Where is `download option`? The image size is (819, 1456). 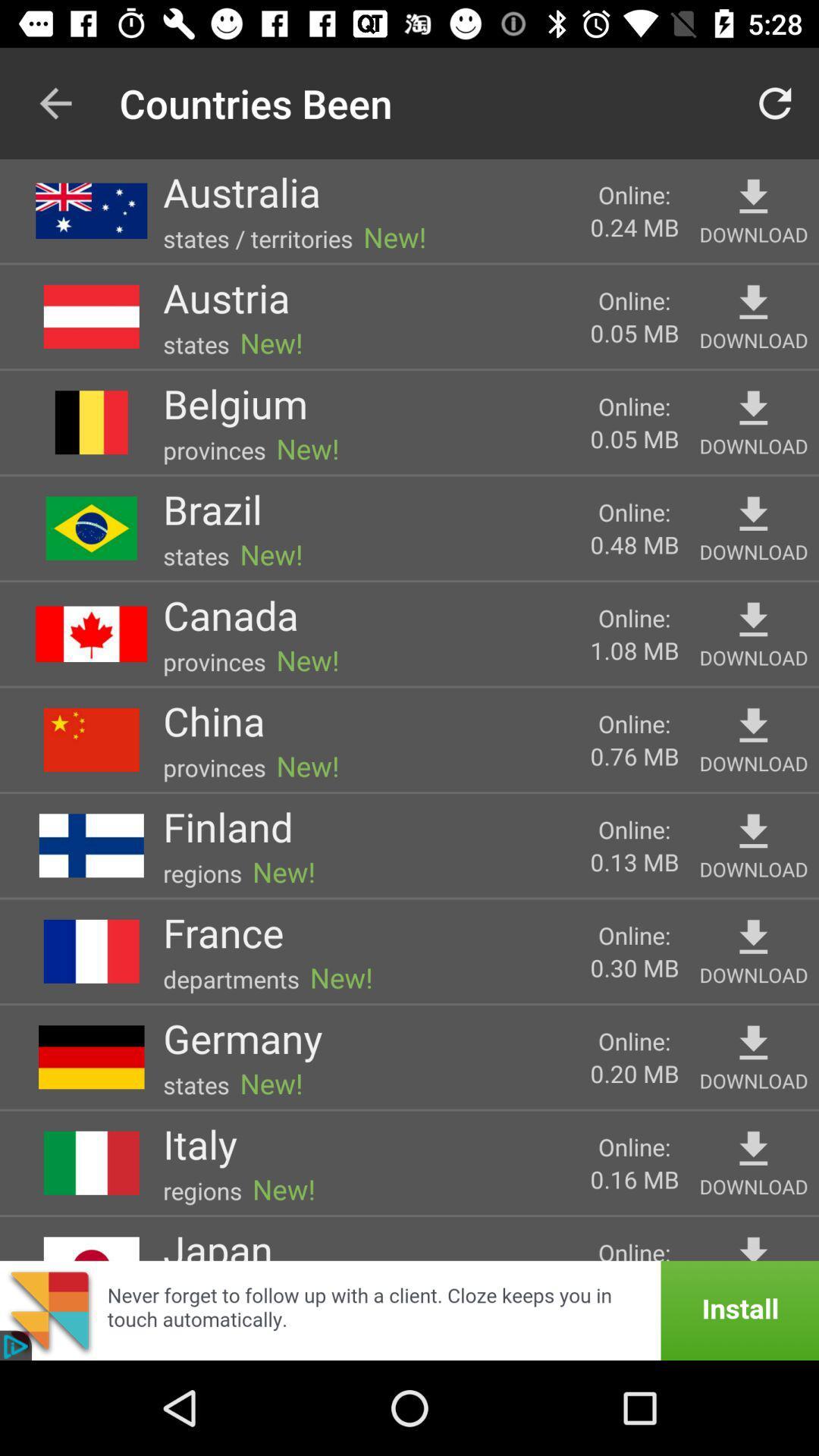 download option is located at coordinates (753, 409).